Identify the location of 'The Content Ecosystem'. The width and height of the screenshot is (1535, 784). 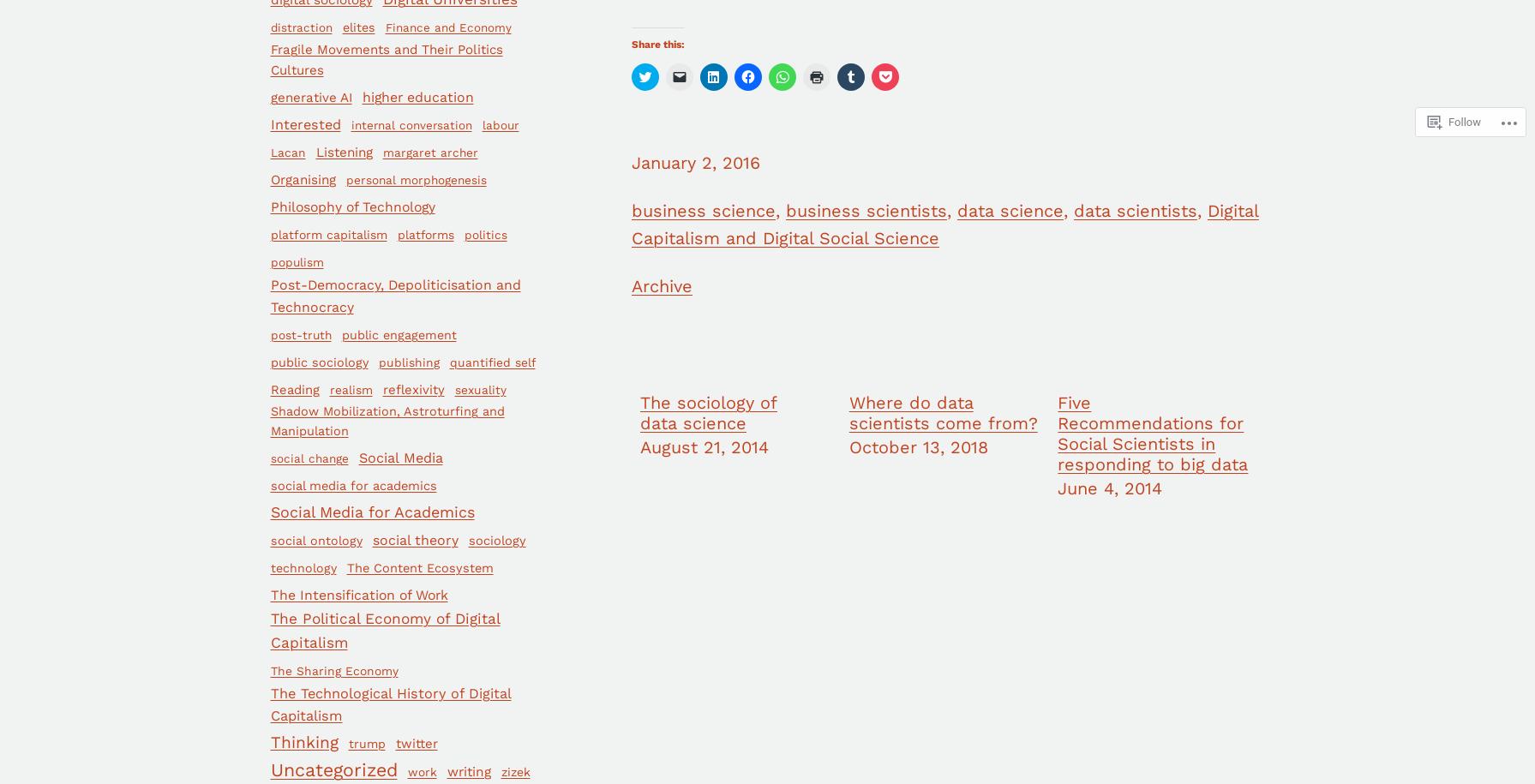
(419, 566).